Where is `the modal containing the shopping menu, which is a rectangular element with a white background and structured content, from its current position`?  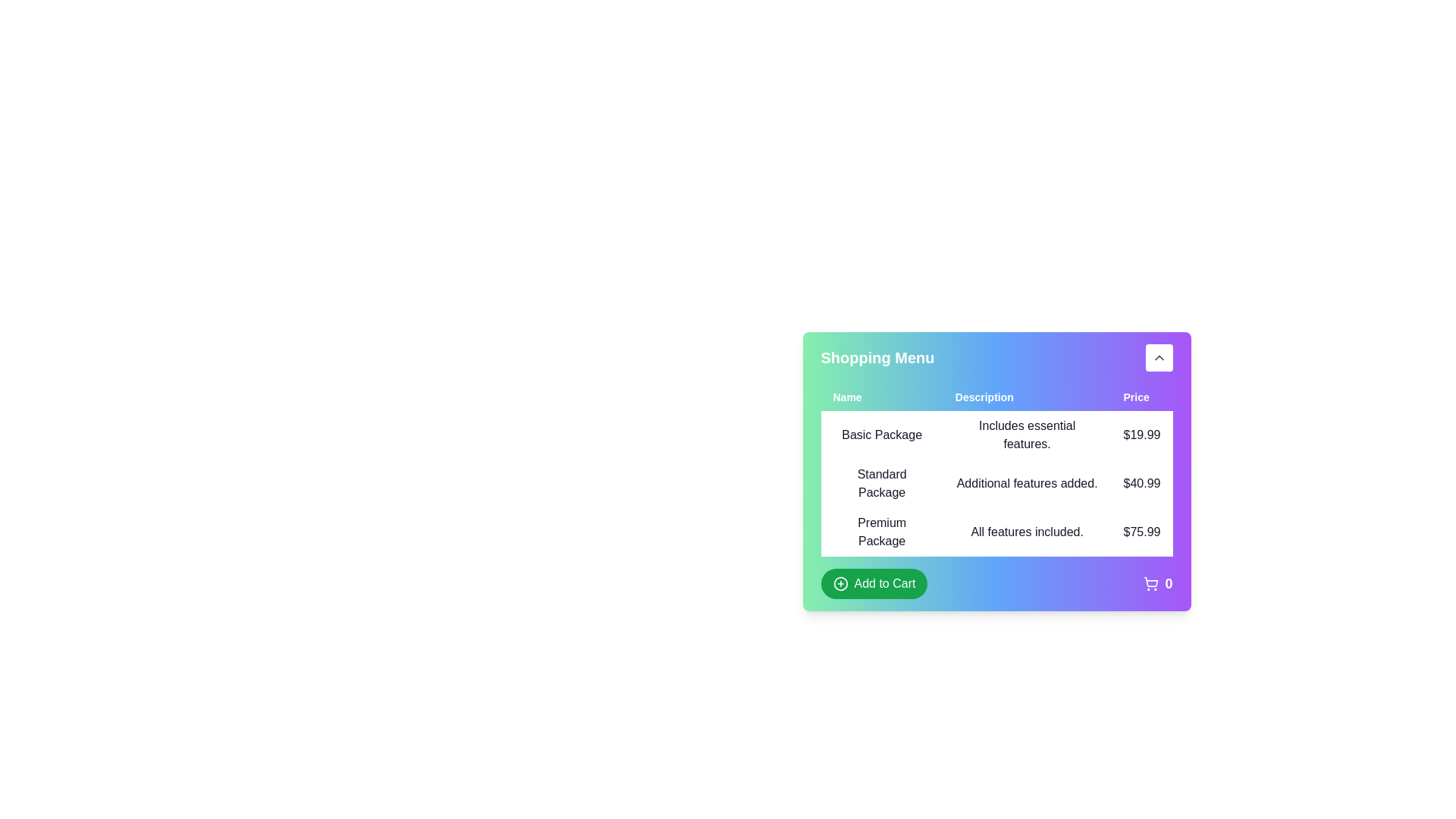 the modal containing the shopping menu, which is a rectangular element with a white background and structured content, from its current position is located at coordinates (996, 512).